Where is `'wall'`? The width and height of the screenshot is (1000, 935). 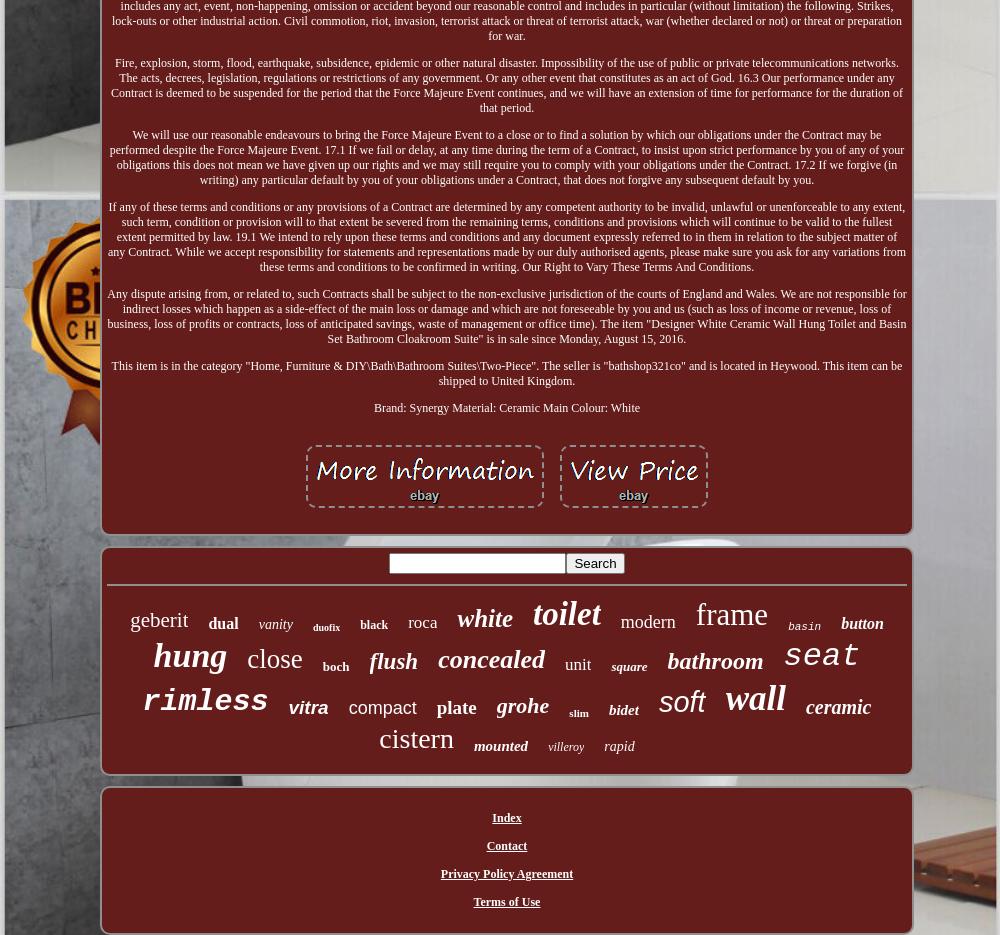 'wall' is located at coordinates (755, 696).